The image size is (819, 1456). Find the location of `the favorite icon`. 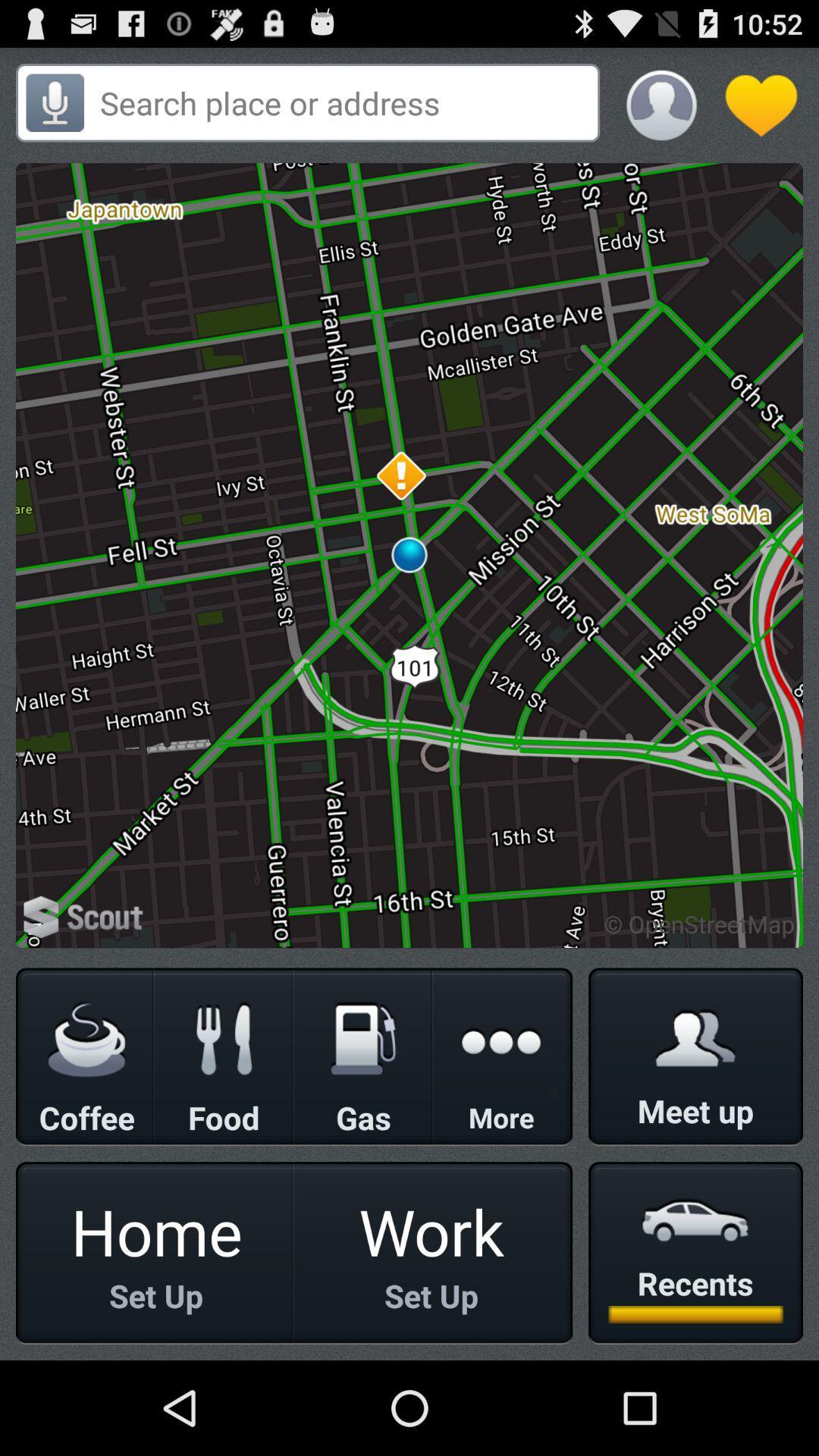

the favorite icon is located at coordinates (758, 98).